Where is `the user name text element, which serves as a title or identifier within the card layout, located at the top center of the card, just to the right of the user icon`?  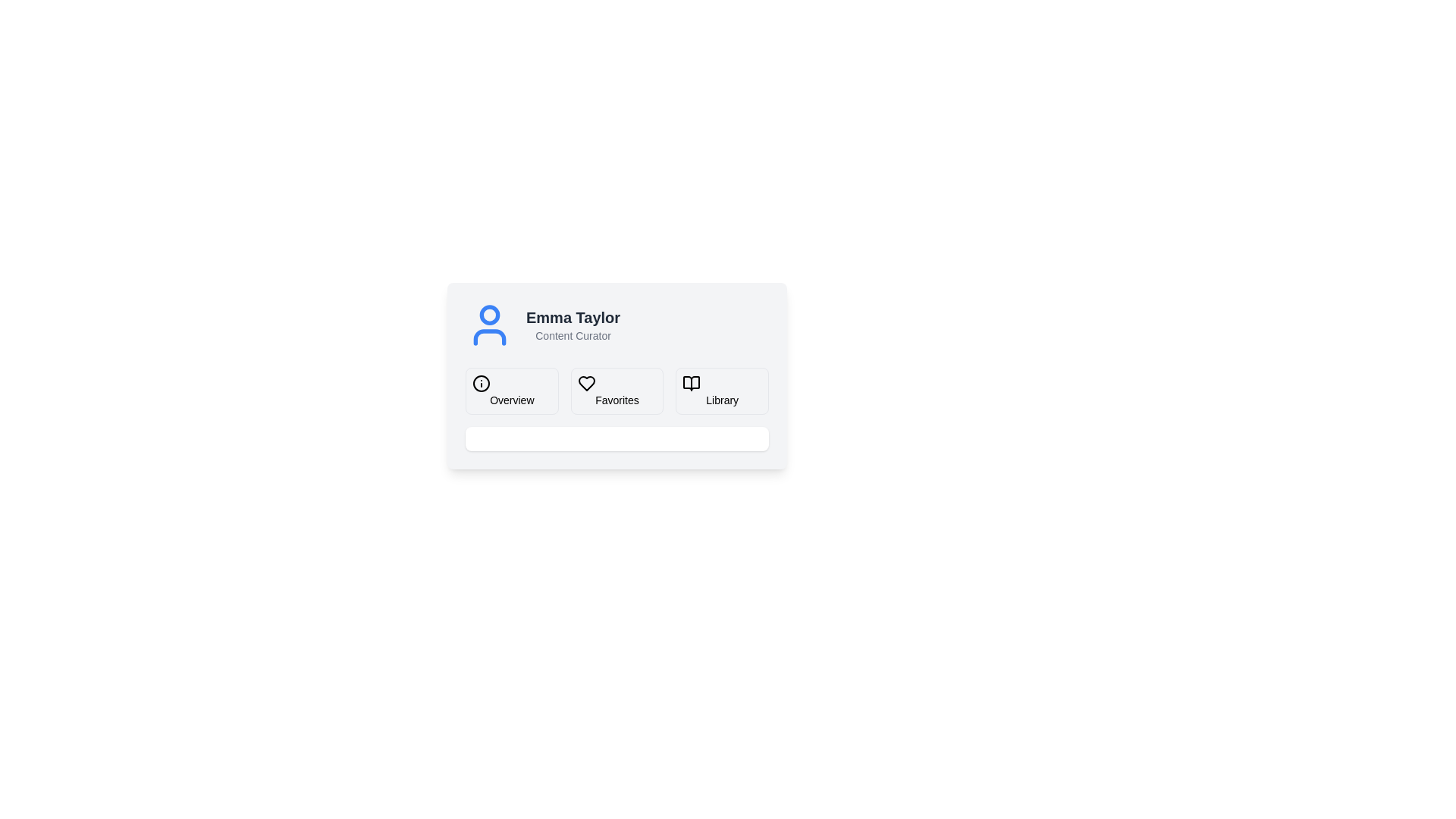
the user name text element, which serves as a title or identifier within the card layout, located at the top center of the card, just to the right of the user icon is located at coordinates (573, 317).